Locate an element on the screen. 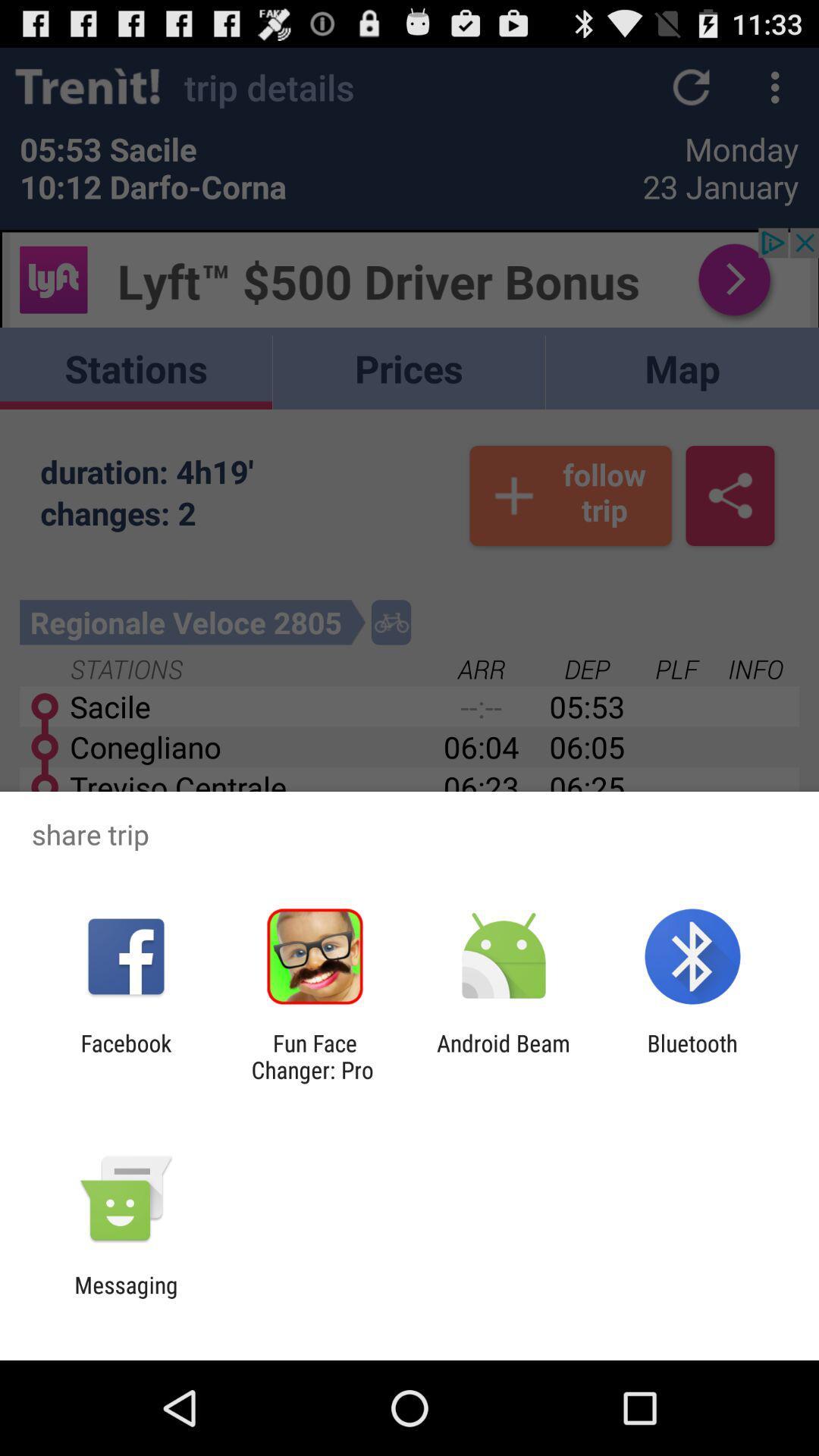 The height and width of the screenshot is (1456, 819). item next to android beam app is located at coordinates (314, 1056).